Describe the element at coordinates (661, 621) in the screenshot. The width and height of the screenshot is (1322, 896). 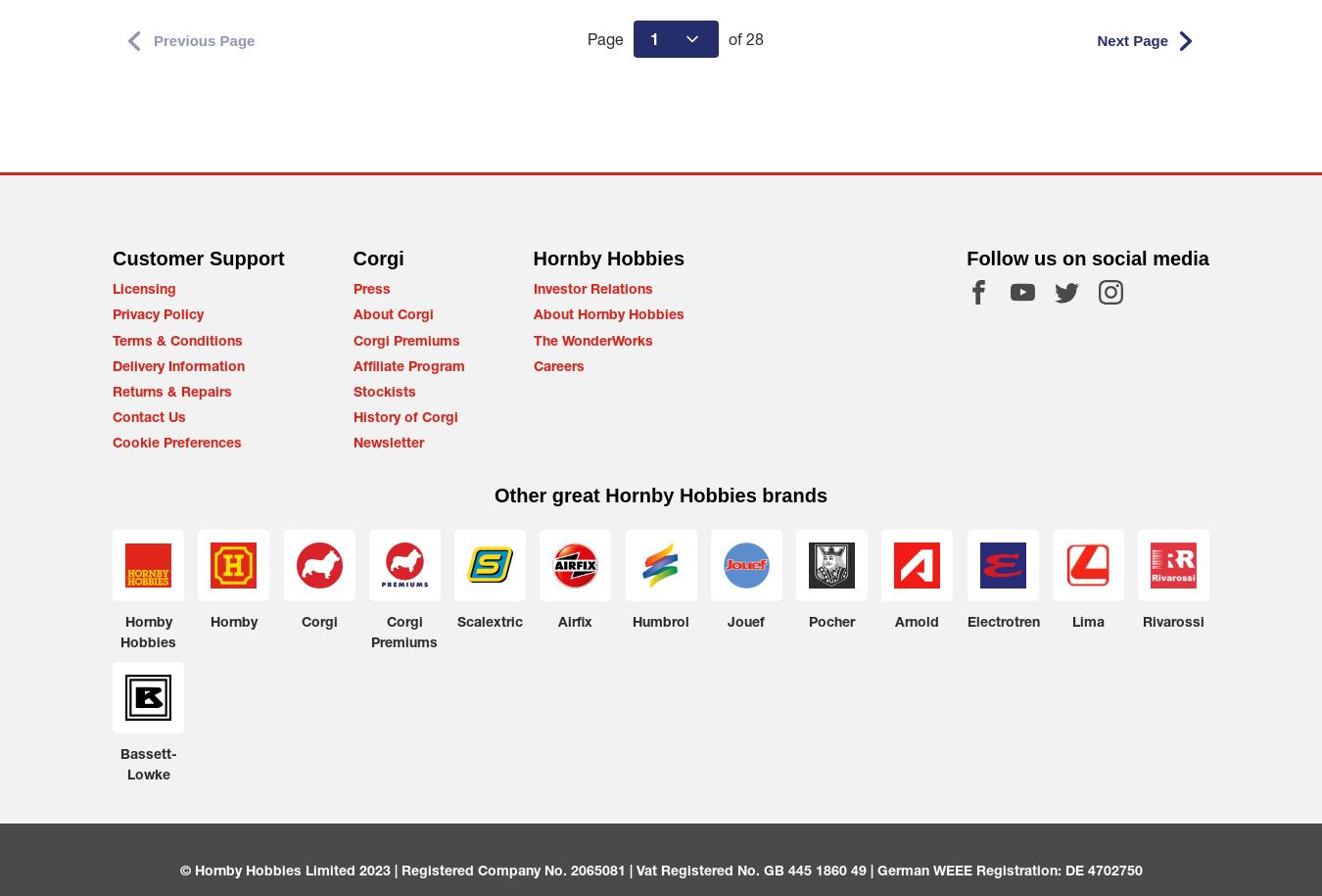
I see `'Humbrol'` at that location.